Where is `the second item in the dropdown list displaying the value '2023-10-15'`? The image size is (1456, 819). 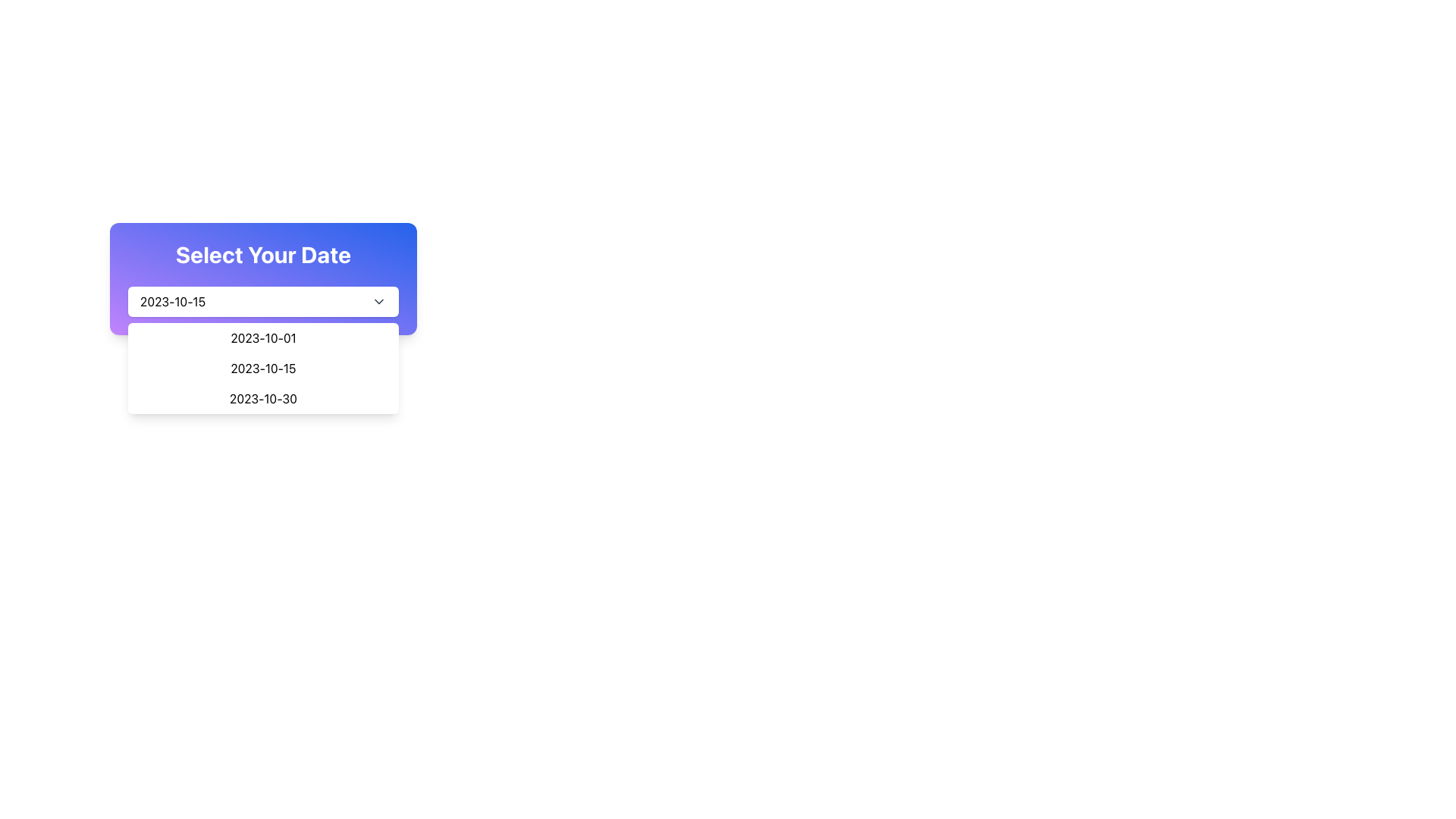 the second item in the dropdown list displaying the value '2023-10-15' is located at coordinates (263, 369).